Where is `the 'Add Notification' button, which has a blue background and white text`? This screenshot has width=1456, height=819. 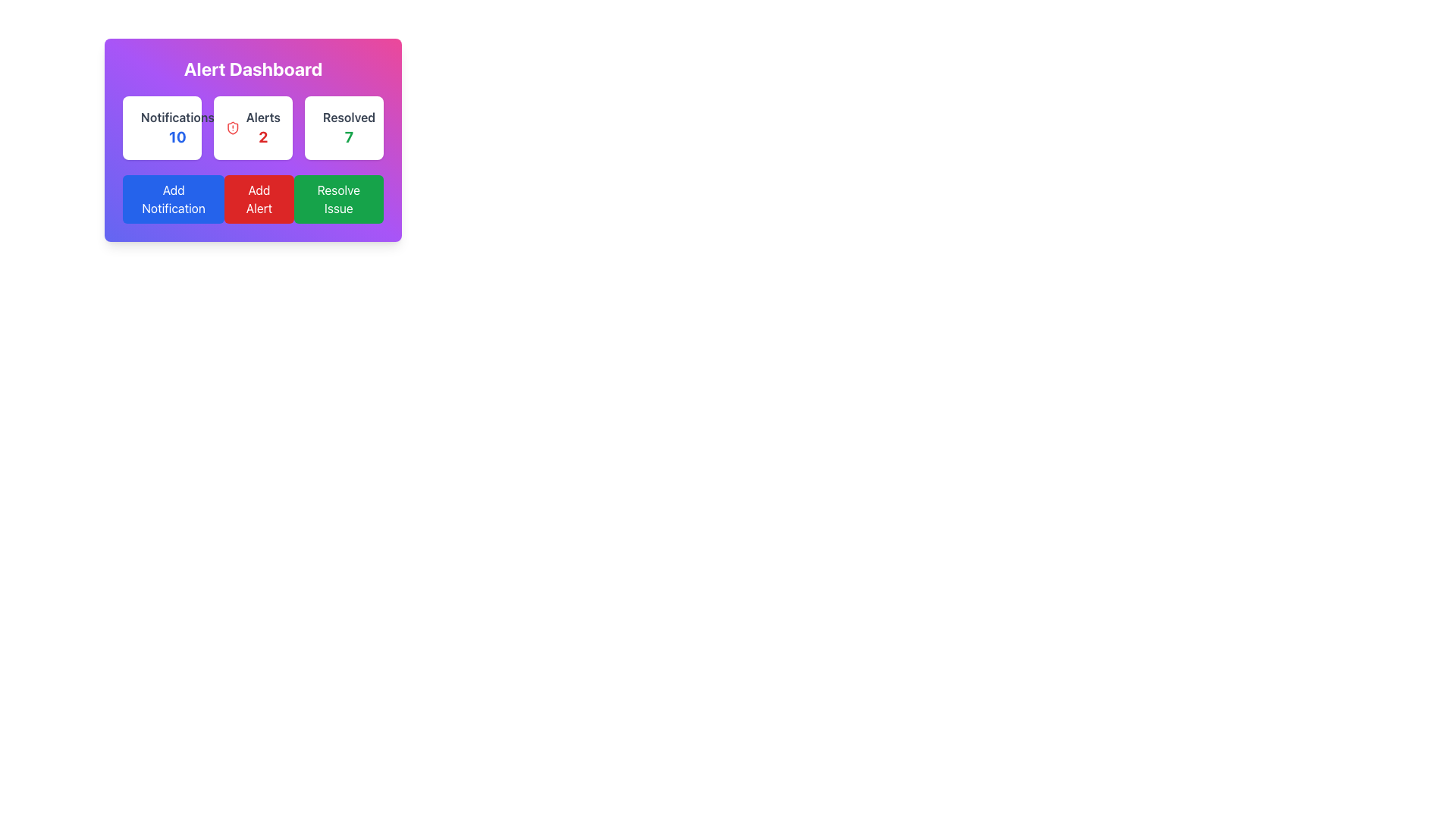 the 'Add Notification' button, which has a blue background and white text is located at coordinates (174, 198).